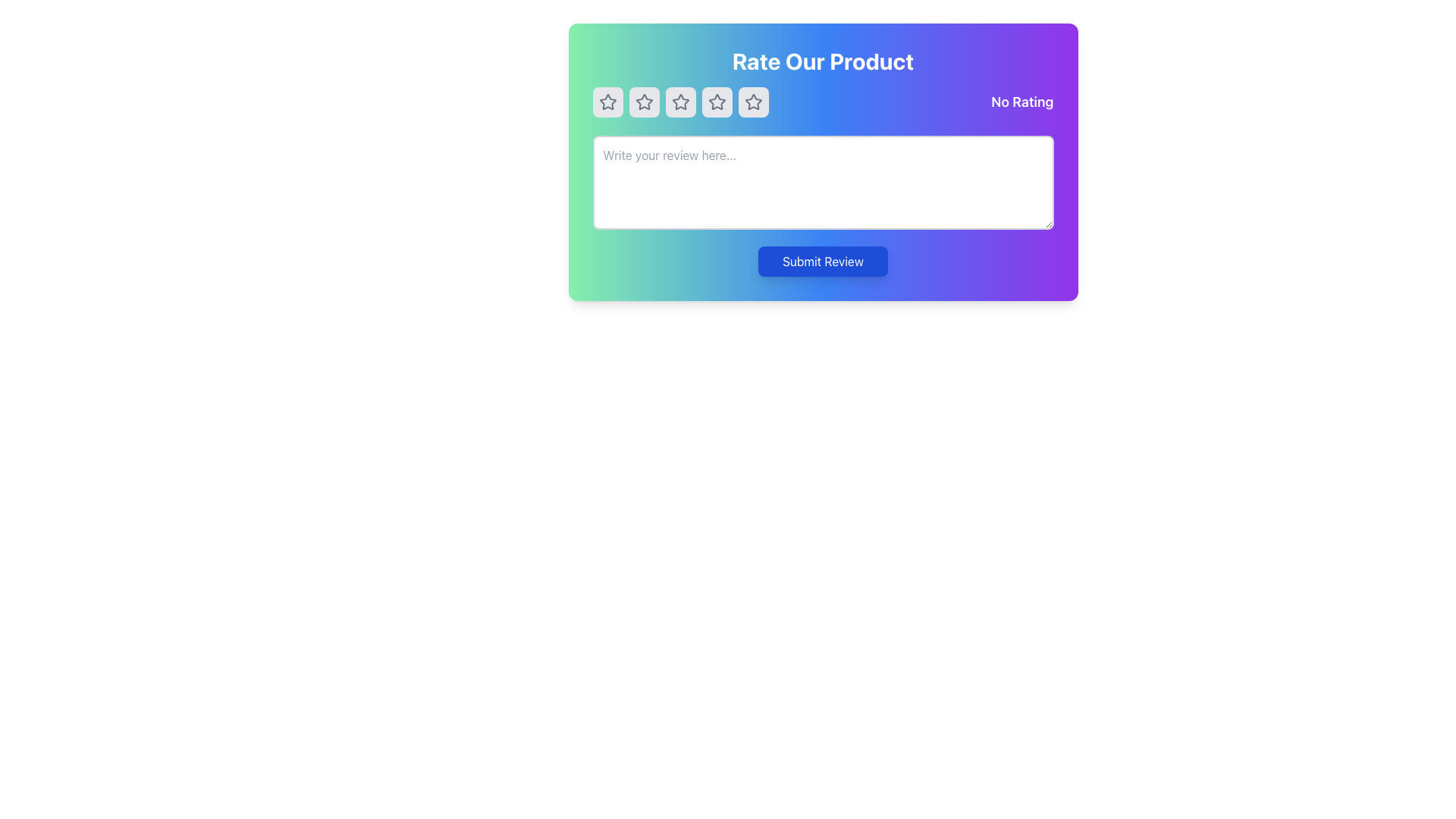 This screenshot has height=819, width=1456. I want to click on the fourth star-shaped icon from the left to rate the product, so click(753, 102).